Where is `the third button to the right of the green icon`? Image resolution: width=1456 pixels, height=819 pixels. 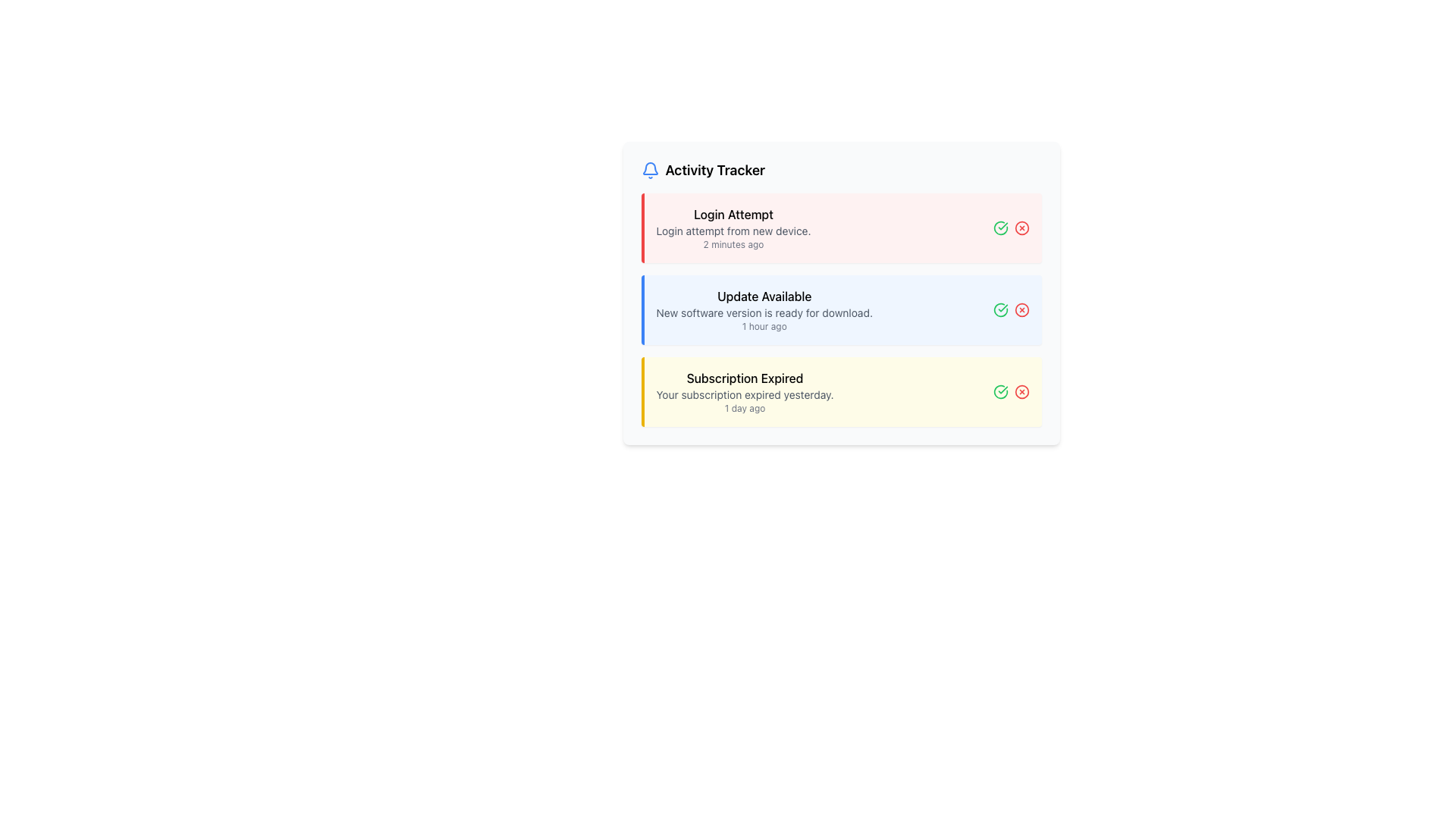 the third button to the right of the green icon is located at coordinates (1021, 227).